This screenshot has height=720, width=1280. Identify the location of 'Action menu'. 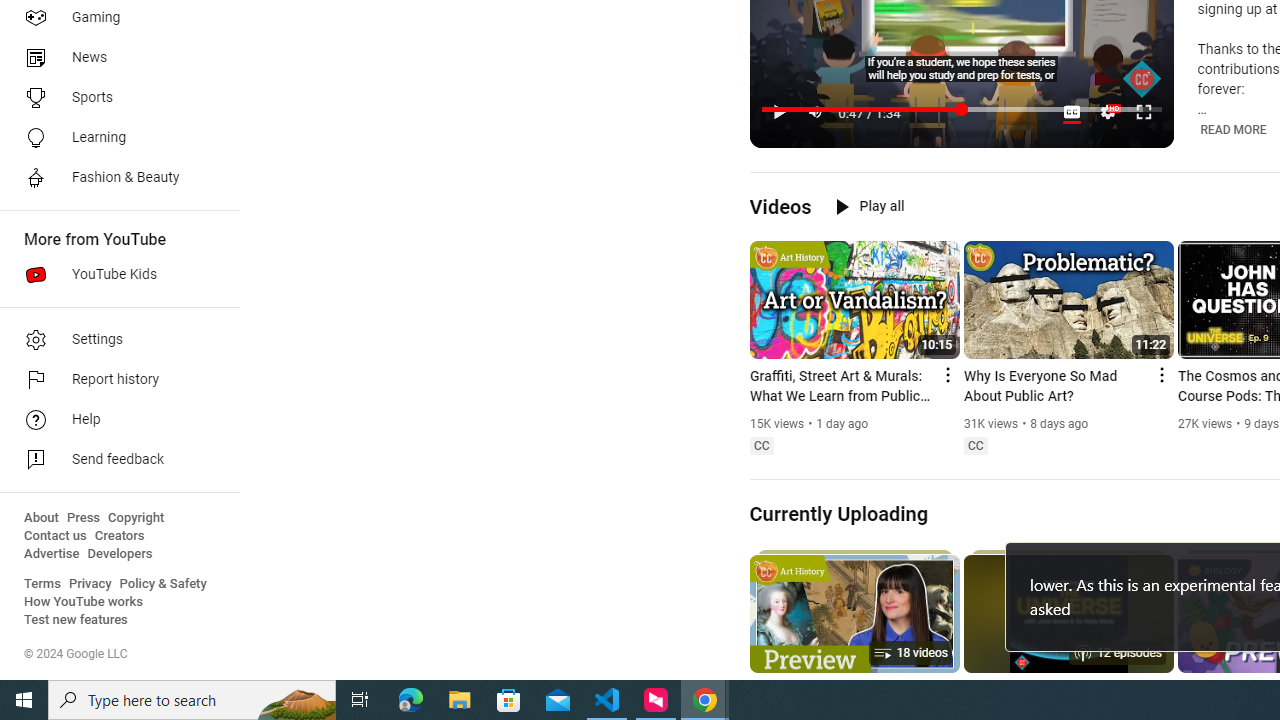
(1160, 375).